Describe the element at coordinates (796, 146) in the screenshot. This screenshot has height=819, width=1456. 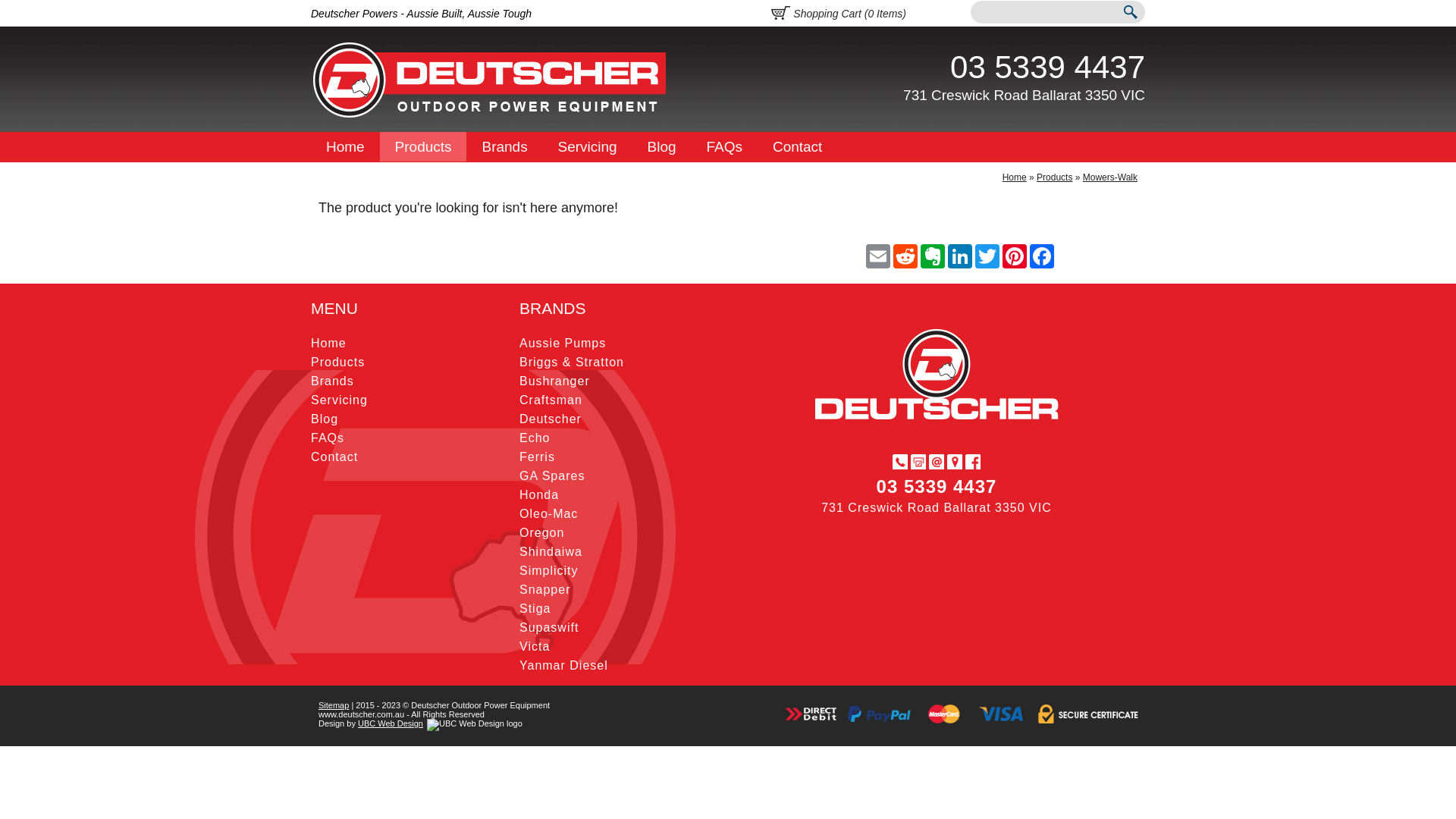
I see `'Contact'` at that location.